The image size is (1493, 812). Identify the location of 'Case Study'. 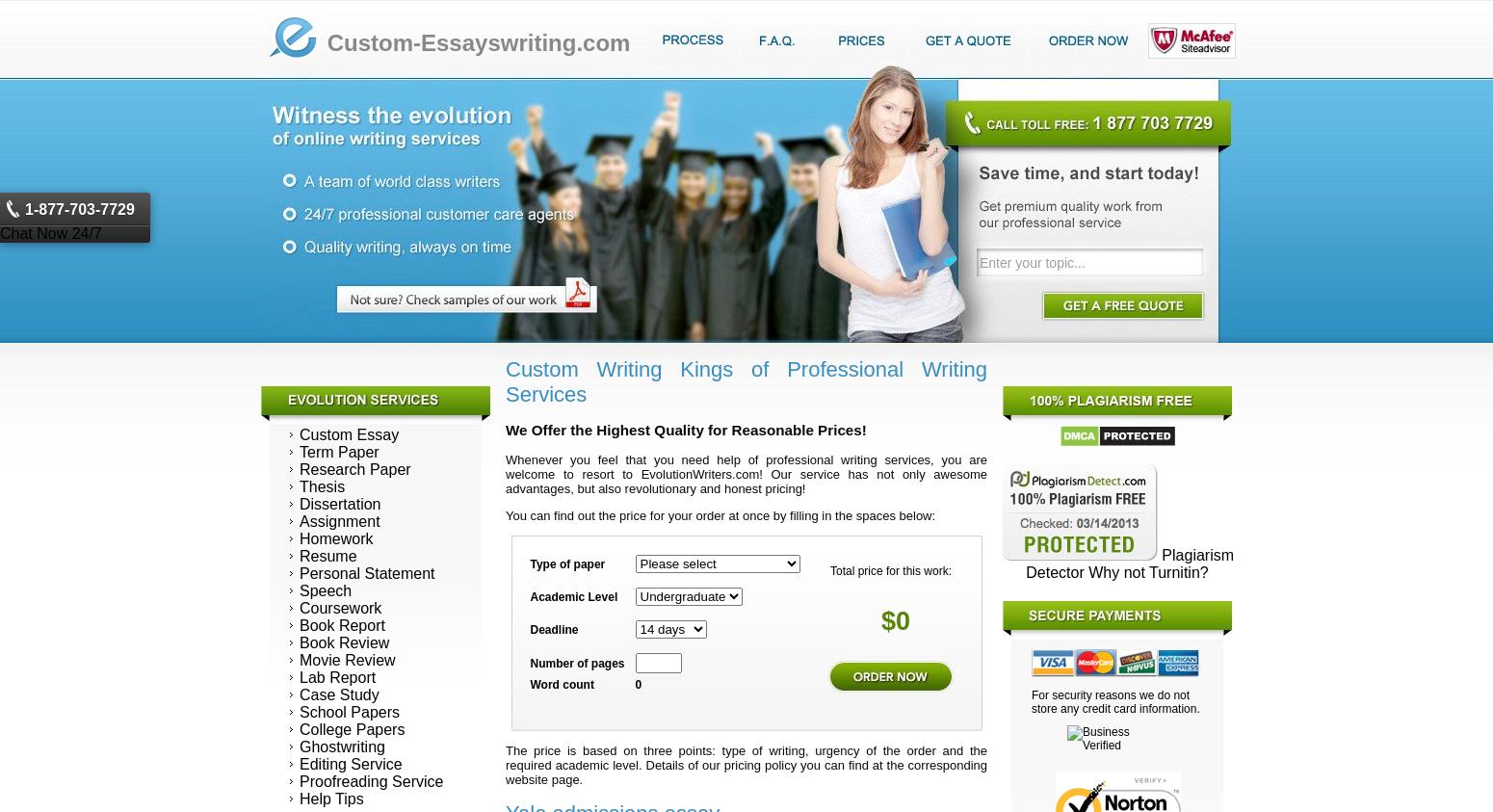
(299, 694).